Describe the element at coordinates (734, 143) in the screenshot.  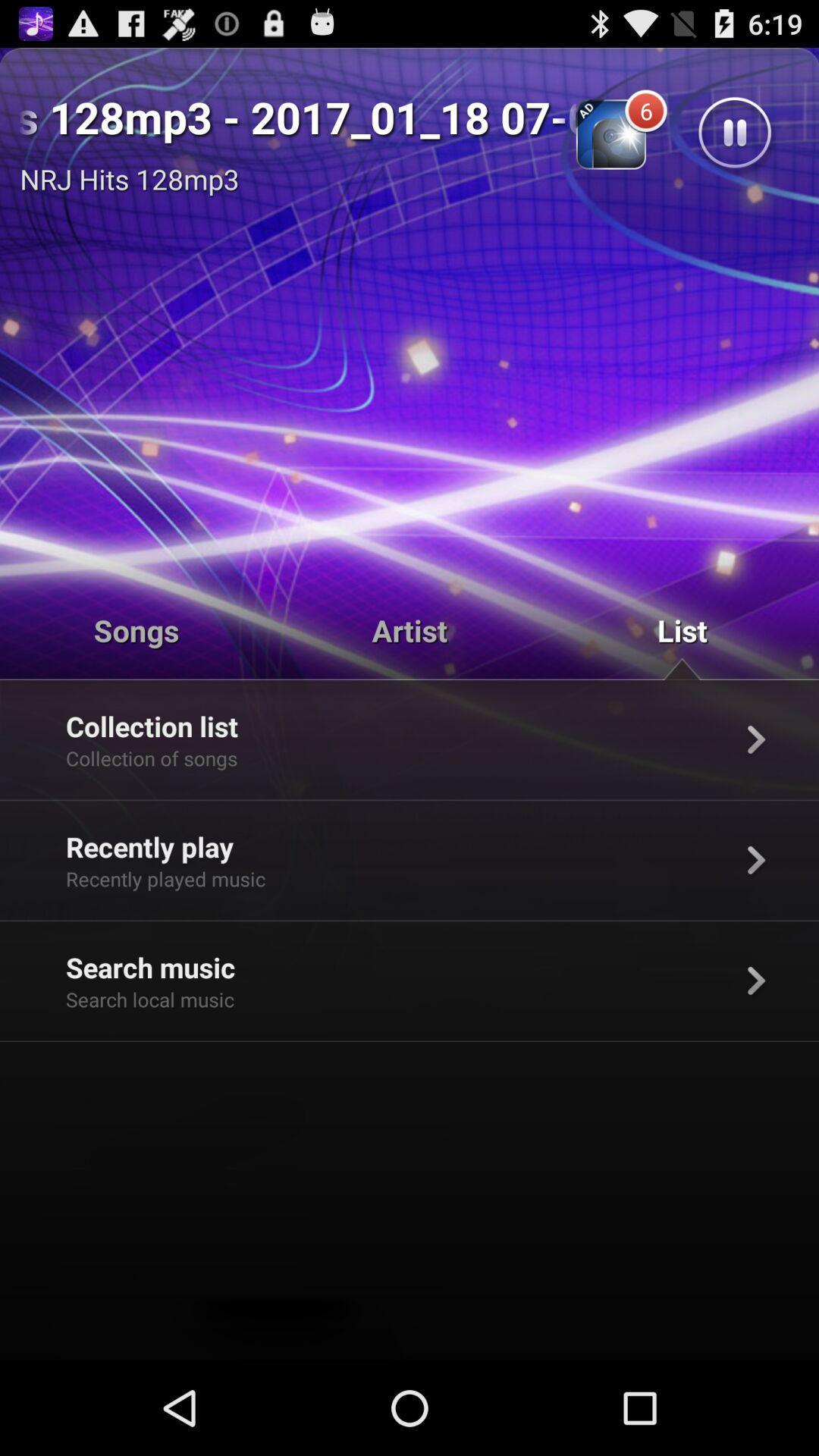
I see `the pause icon` at that location.